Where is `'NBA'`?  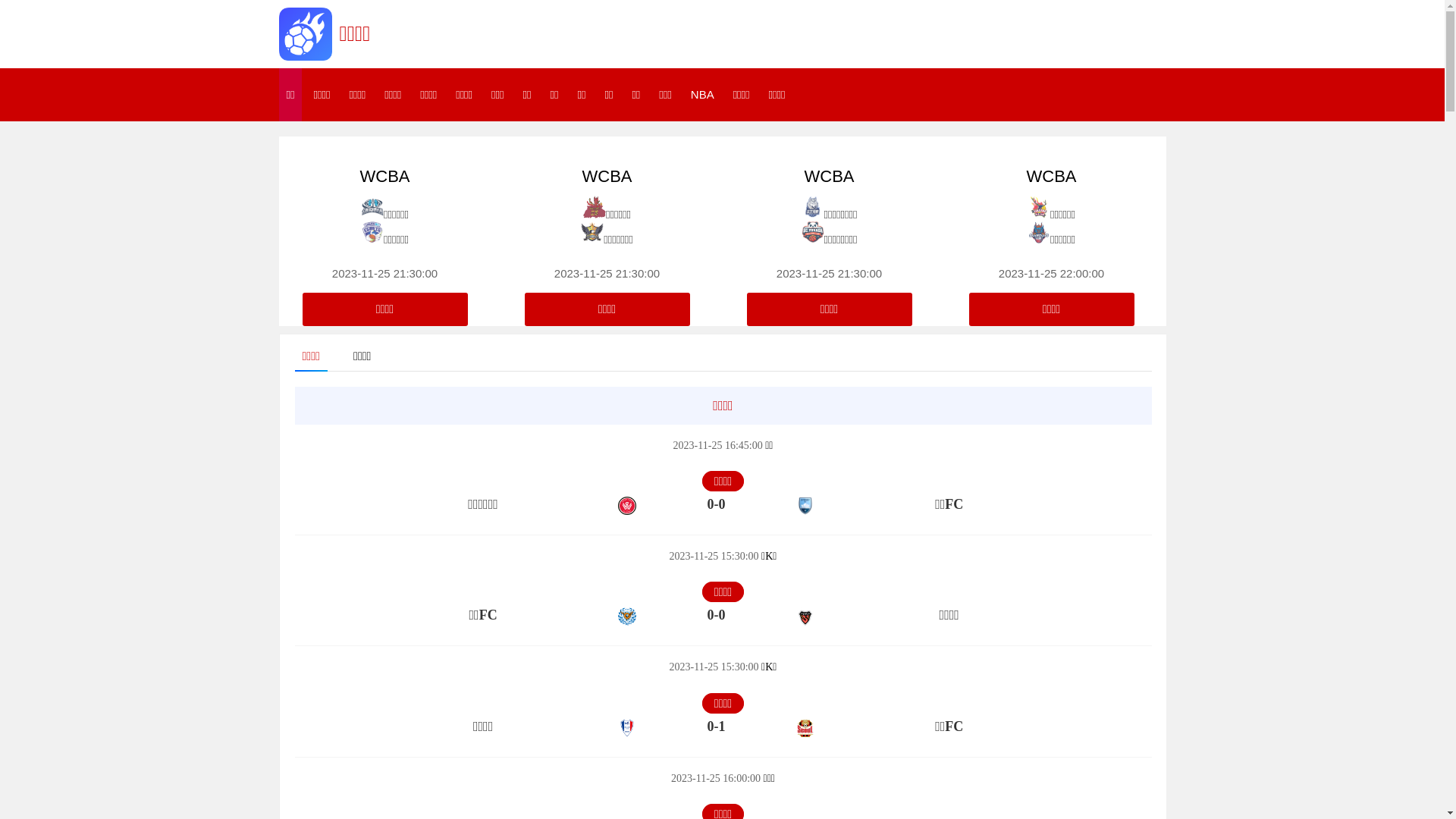 'NBA' is located at coordinates (701, 94).